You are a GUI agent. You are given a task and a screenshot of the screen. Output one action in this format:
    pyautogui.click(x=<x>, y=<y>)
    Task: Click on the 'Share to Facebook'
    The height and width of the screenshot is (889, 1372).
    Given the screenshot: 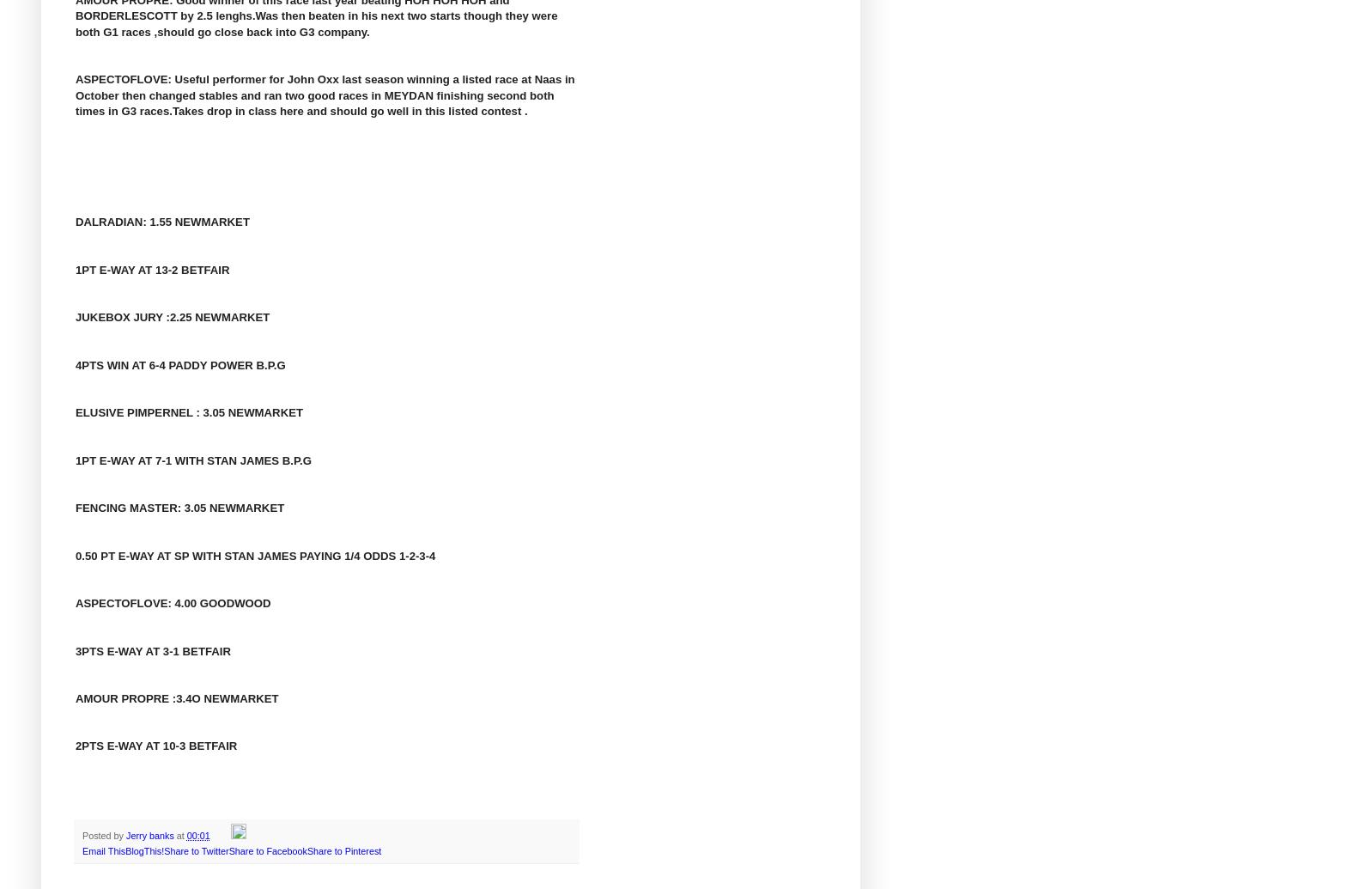 What is the action you would take?
    pyautogui.click(x=266, y=849)
    